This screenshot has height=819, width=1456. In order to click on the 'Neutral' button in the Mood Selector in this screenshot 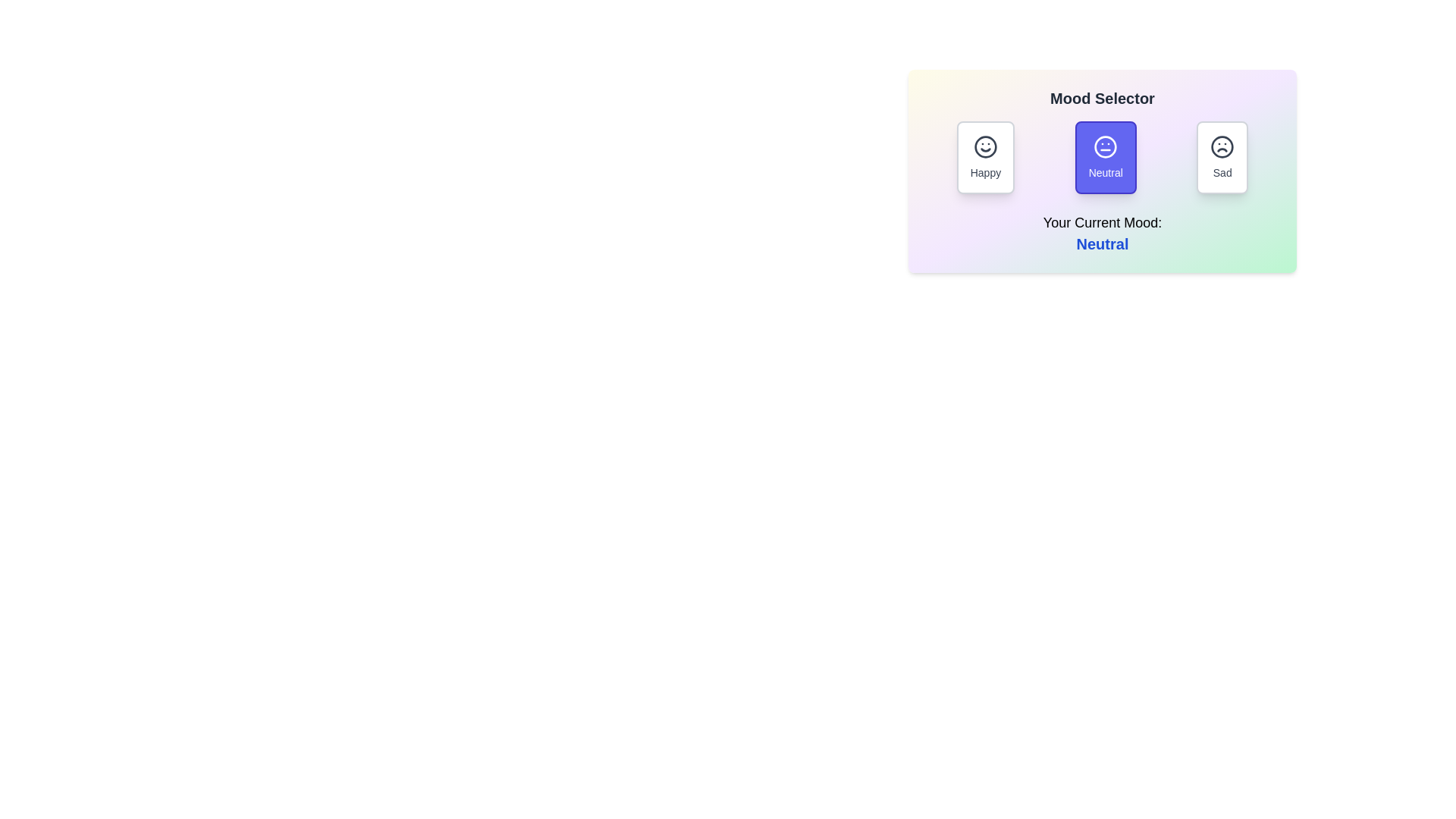, I will do `click(1103, 158)`.